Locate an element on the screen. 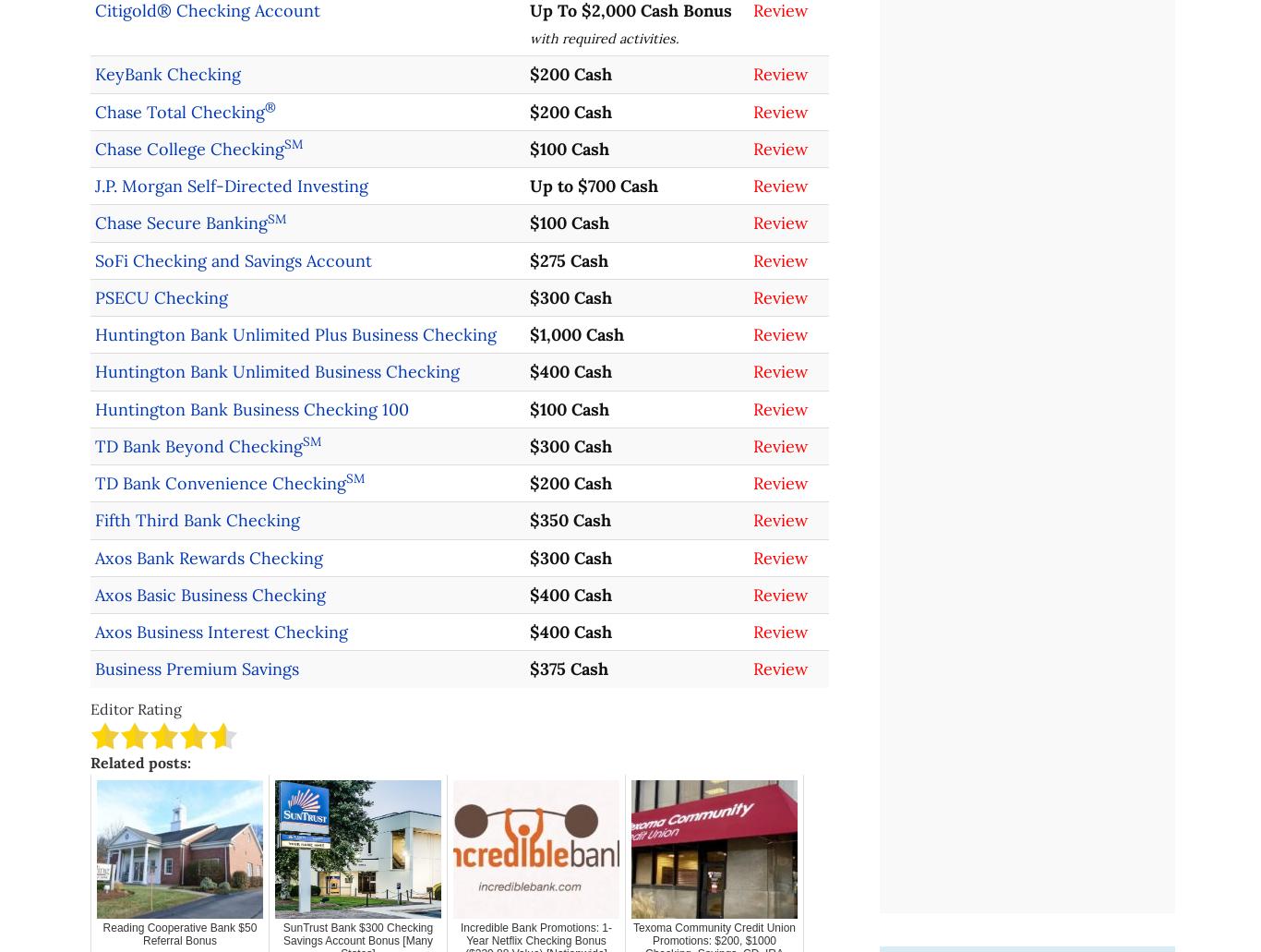 This screenshot has width=1261, height=952. 'Editor Rating' is located at coordinates (135, 706).